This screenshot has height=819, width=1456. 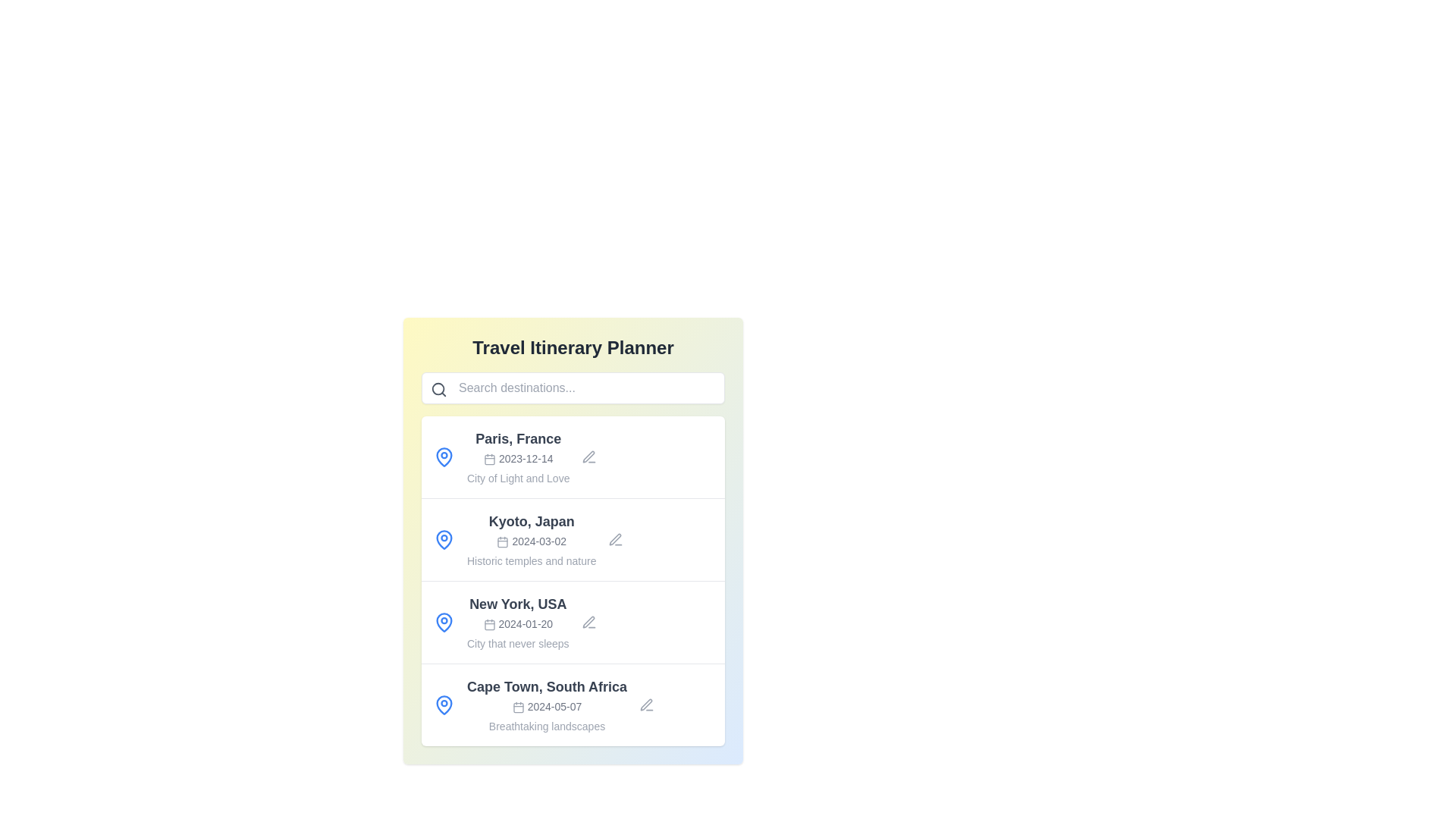 I want to click on the pen-shaped icon button associated with the edit function located on the far right of the entry labeled 'New York, USA', so click(x=588, y=623).